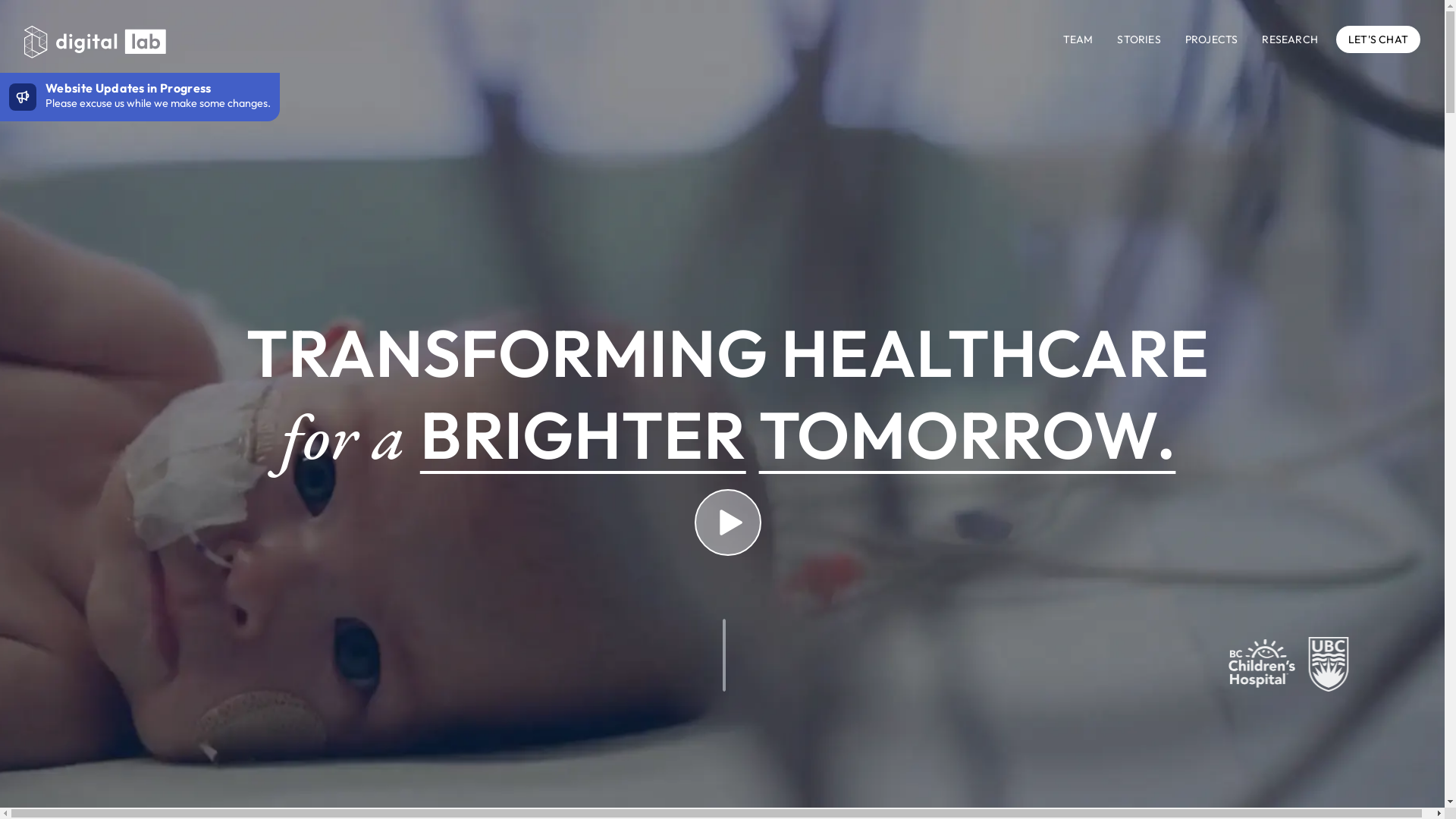  What do you see at coordinates (1185, 38) in the screenshot?
I see `'PROJECTS'` at bounding box center [1185, 38].